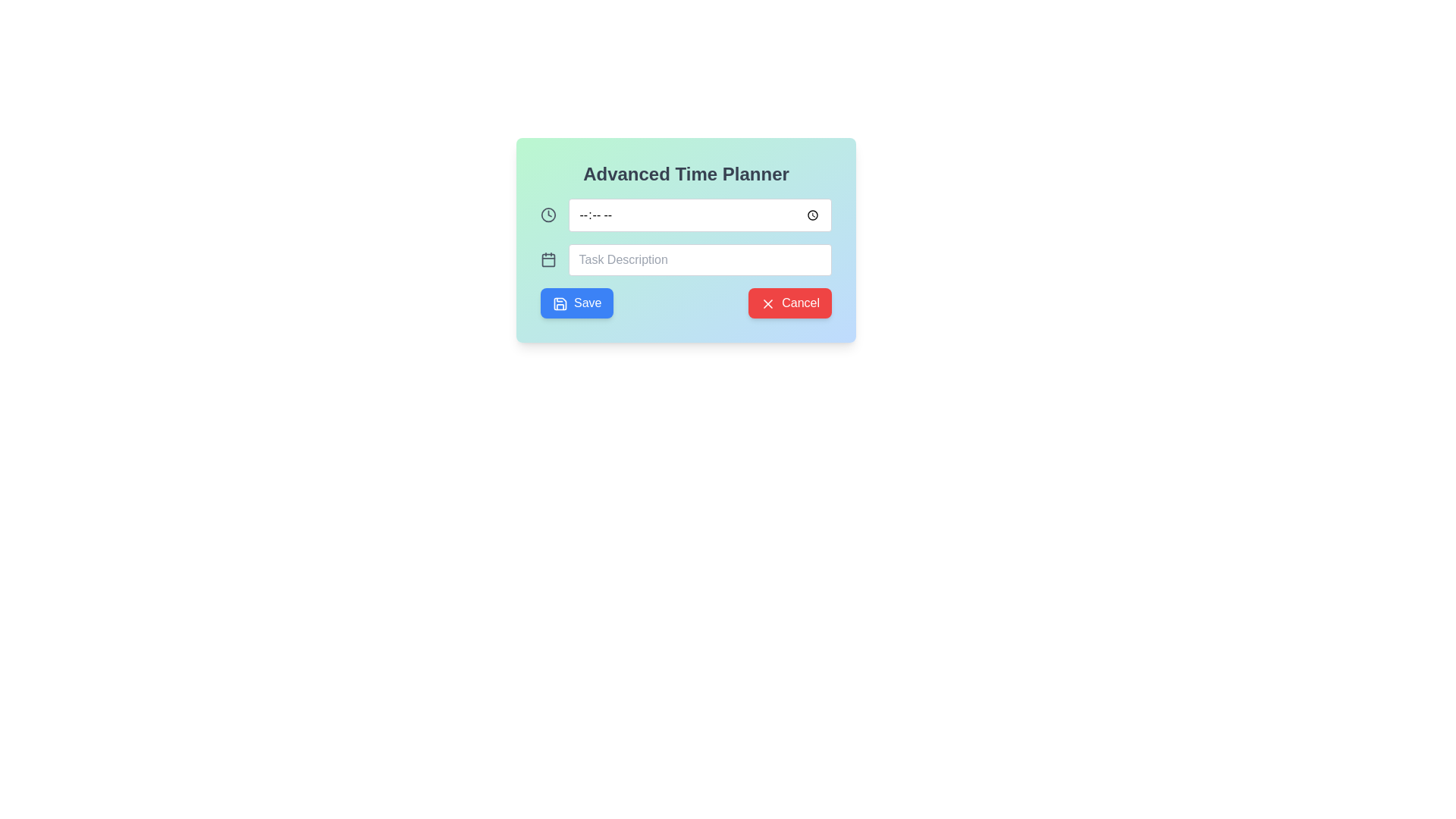 The height and width of the screenshot is (819, 1456). I want to click on the calendar icon with a gray outline, so click(548, 259).